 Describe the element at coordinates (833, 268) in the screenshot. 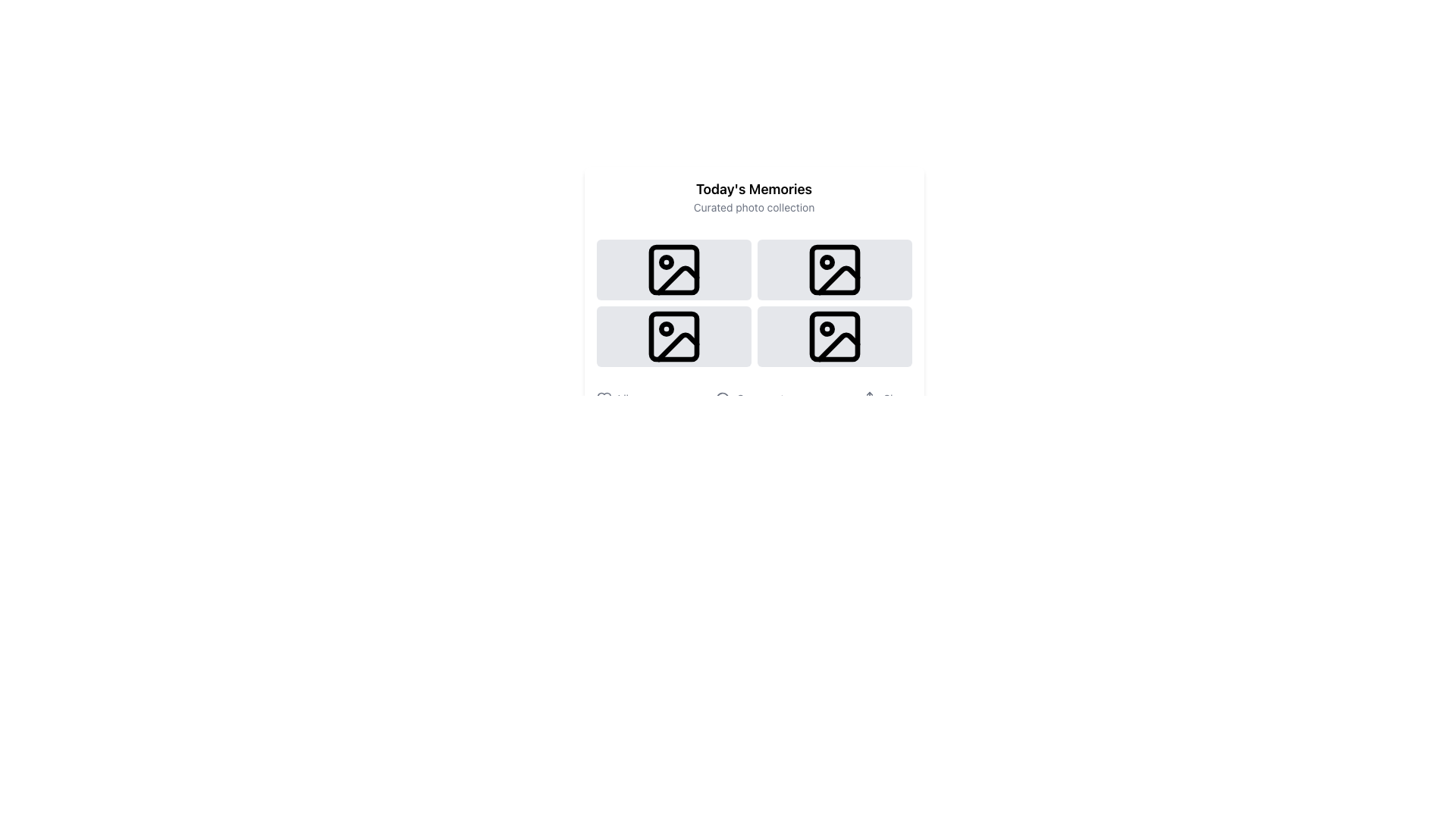

I see `the small, rounded rectangular icon in the 'Today's Memories' grid, located in the second item of the top row` at that location.